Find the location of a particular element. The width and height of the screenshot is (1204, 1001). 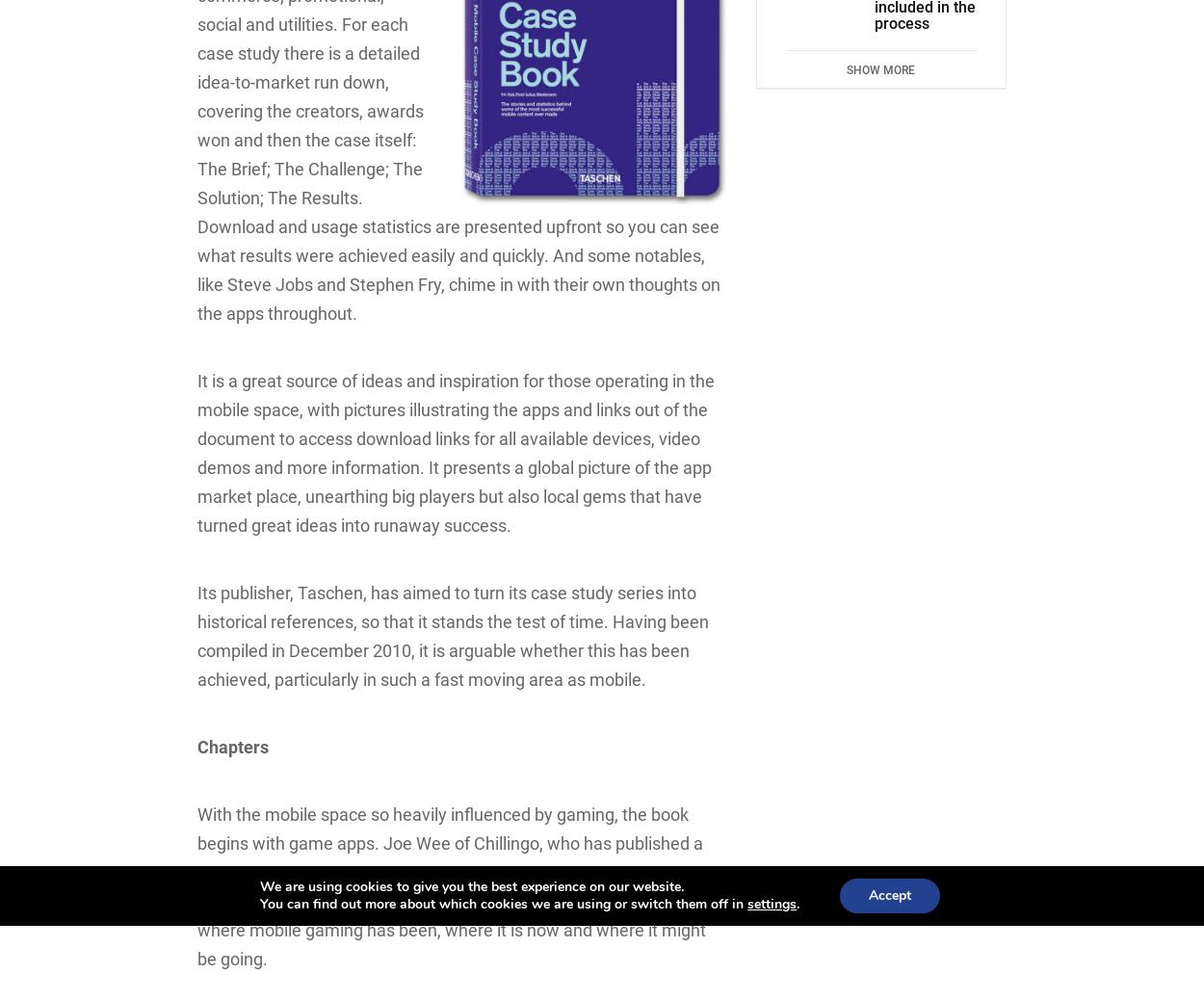

'Its publisher, Taschen, has aimed to turn its case study series into historical references, so that it stands the test of time. Having been compiled in December 2010, it is arguable whether this has been achieved, particularly in such a fast moving area as mobile.' is located at coordinates (452, 636).